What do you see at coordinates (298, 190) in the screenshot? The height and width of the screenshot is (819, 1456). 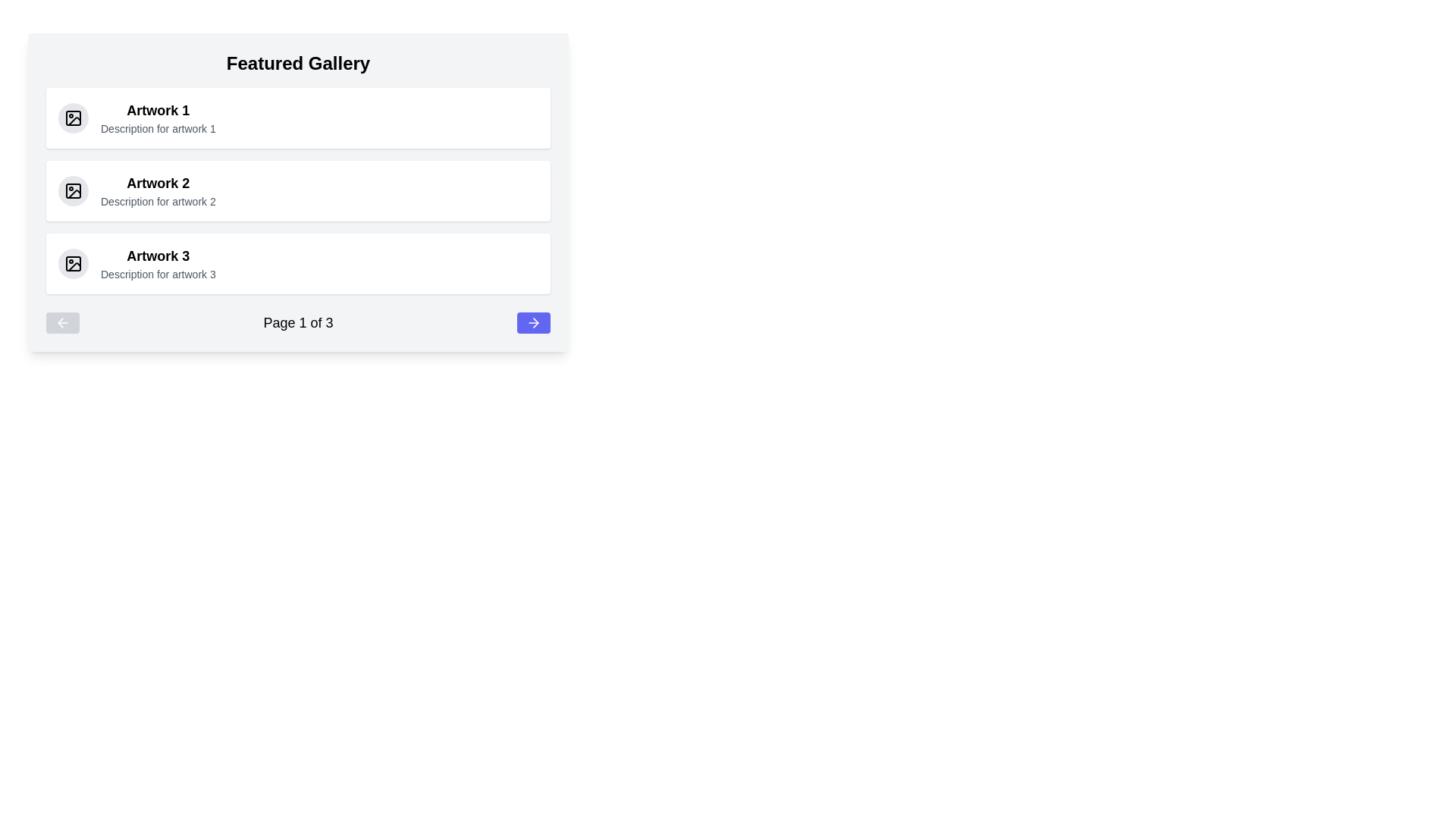 I see `the List item displaying information about 'Artwork 2'` at bounding box center [298, 190].